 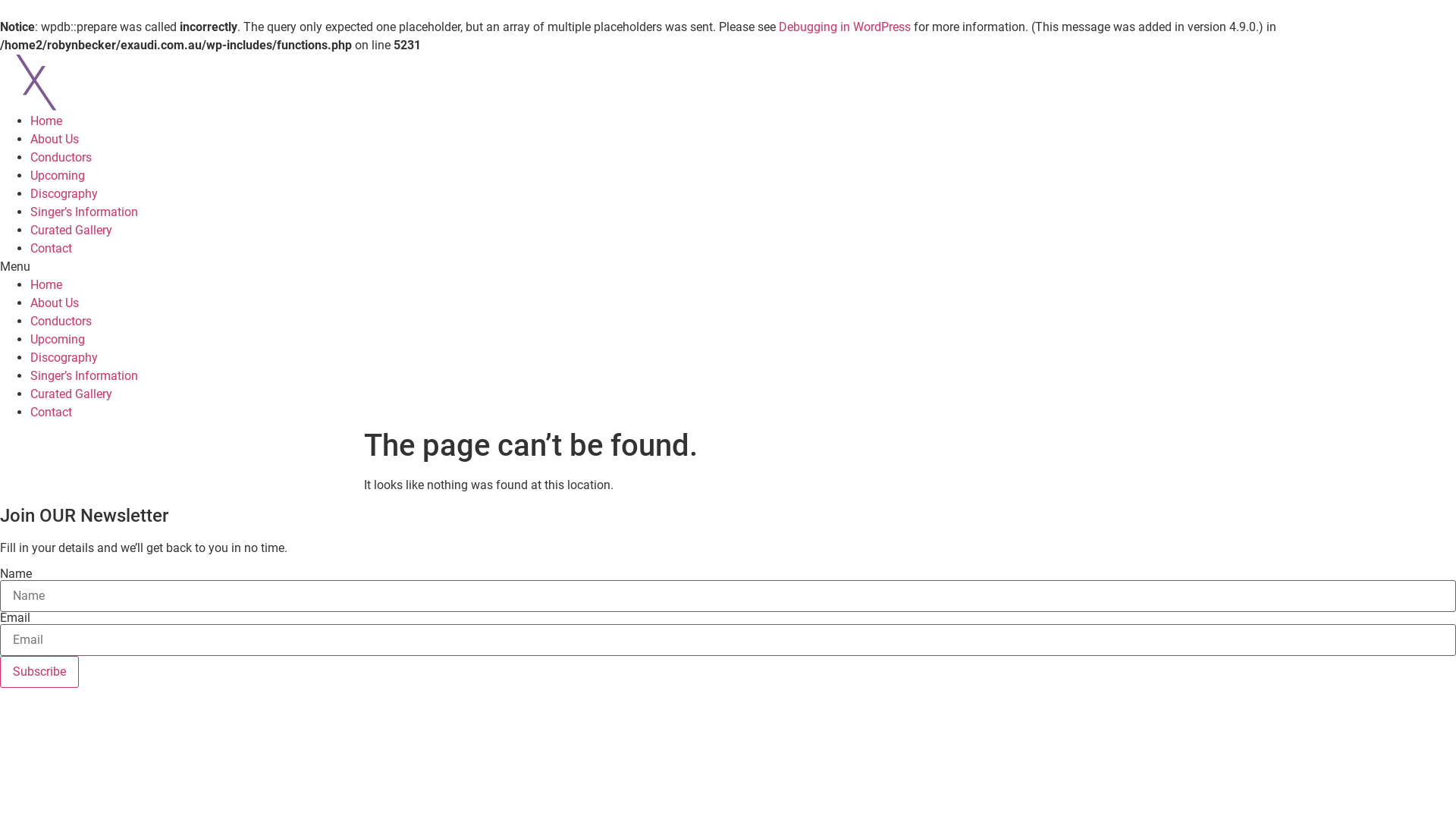 I want to click on 'Upcoming', so click(x=58, y=338).